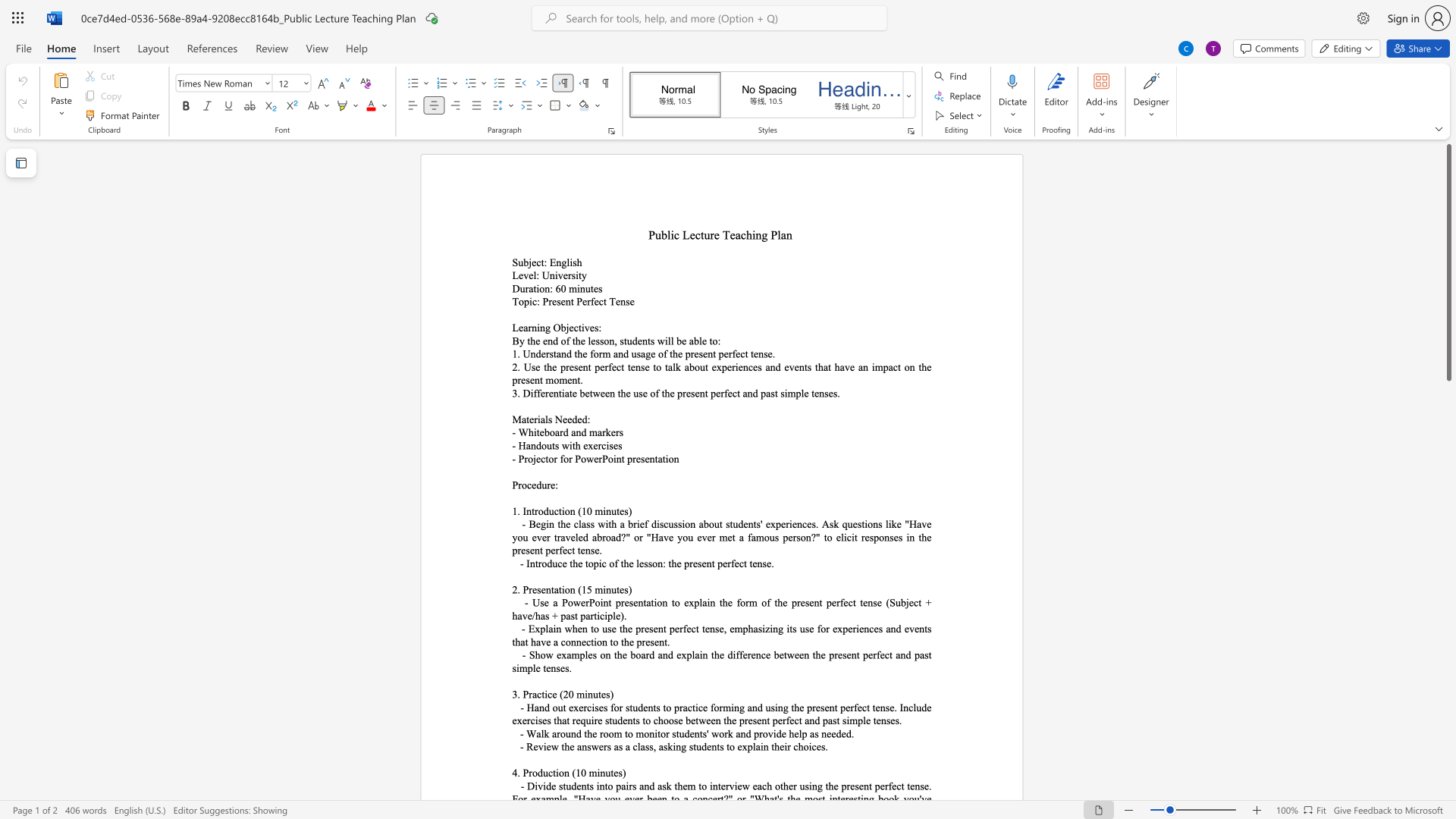 The width and height of the screenshot is (1456, 819). Describe the element at coordinates (689, 234) in the screenshot. I see `the space between the continuous character "L" and "e" in the text` at that location.